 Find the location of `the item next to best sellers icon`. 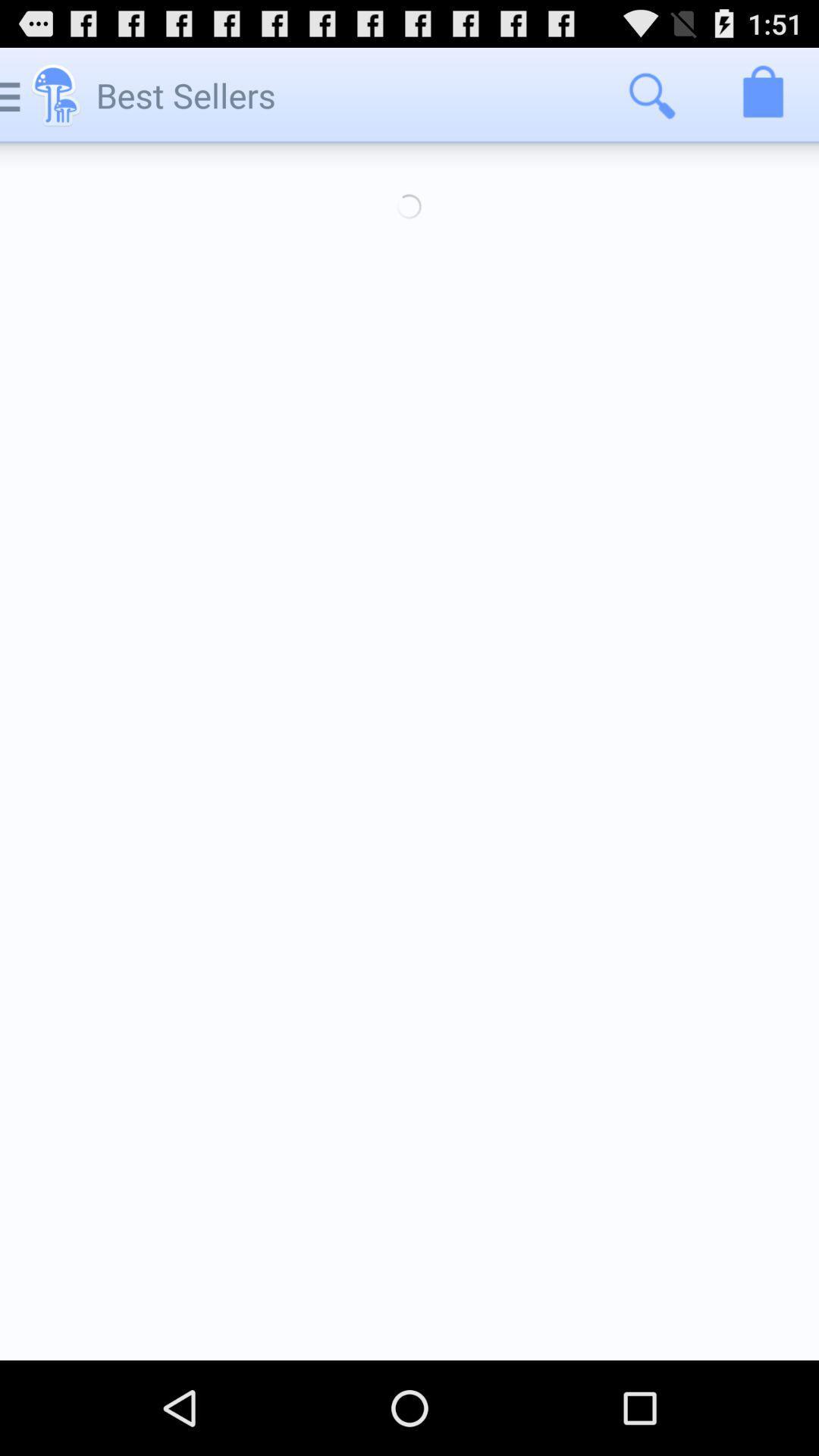

the item next to best sellers icon is located at coordinates (651, 94).